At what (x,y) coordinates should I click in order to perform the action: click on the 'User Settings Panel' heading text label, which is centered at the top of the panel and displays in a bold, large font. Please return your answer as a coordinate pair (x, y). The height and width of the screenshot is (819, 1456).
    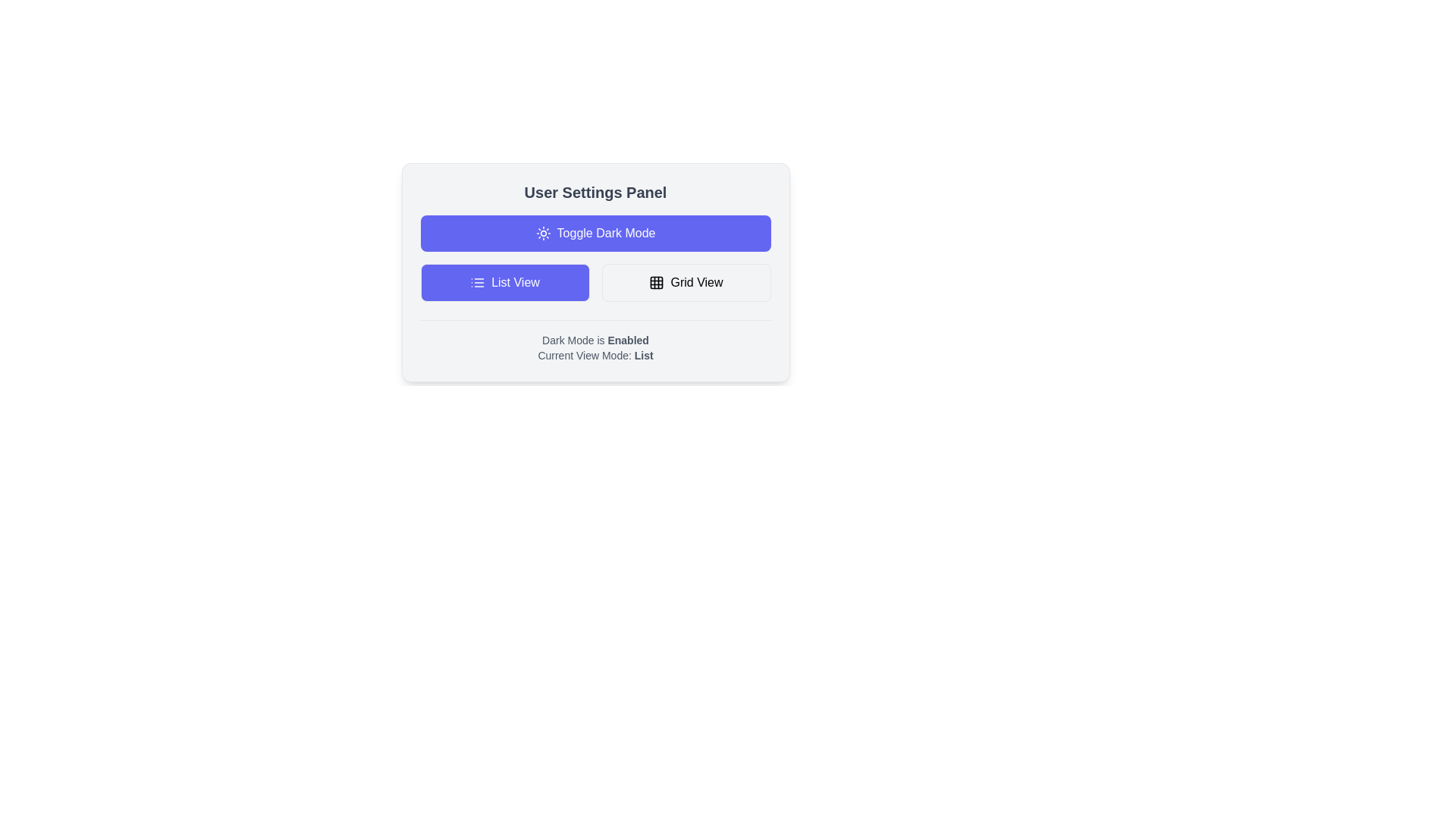
    Looking at the image, I should click on (595, 192).